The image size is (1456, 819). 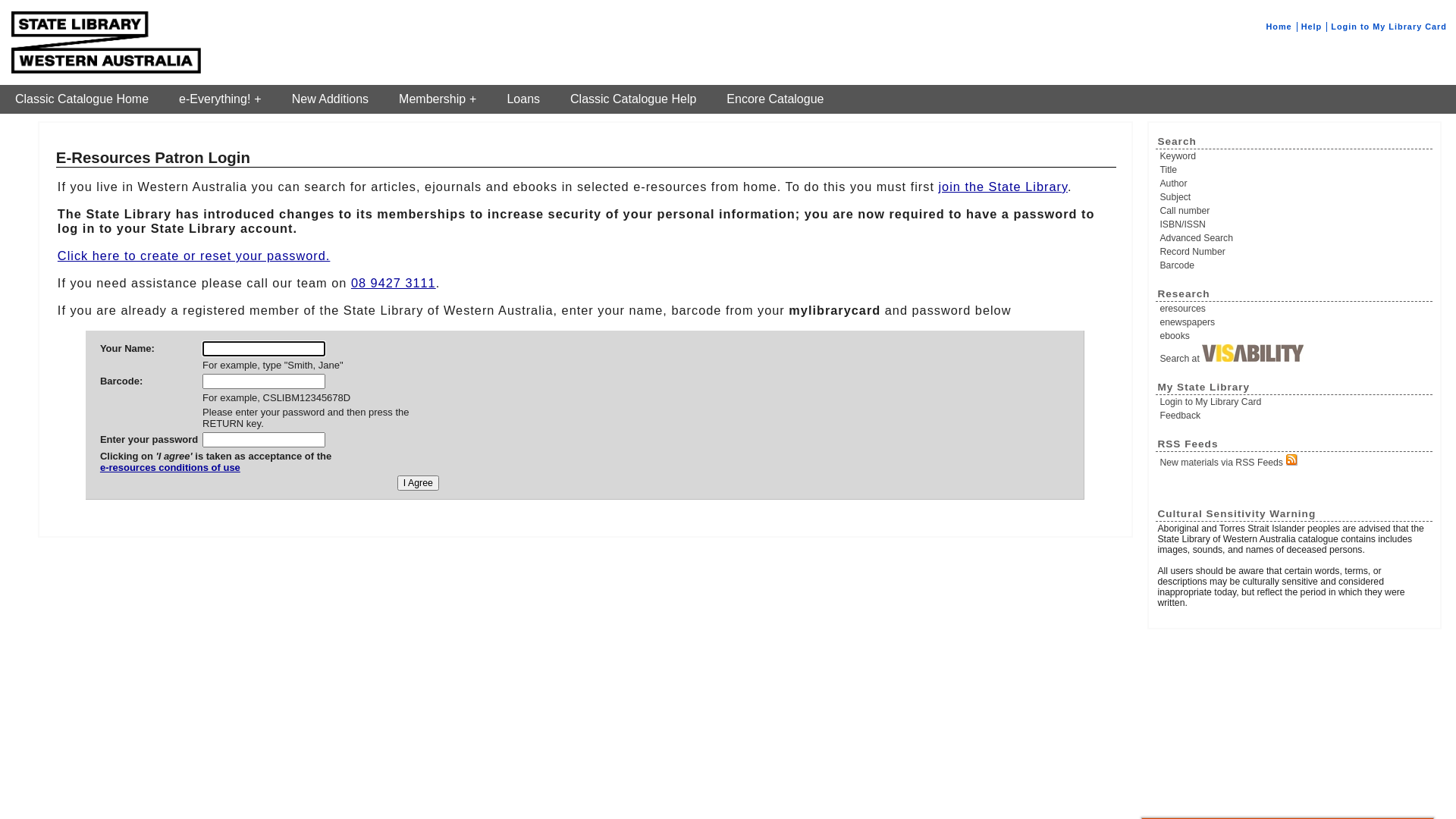 What do you see at coordinates (775, 99) in the screenshot?
I see `'Encore Catalogue'` at bounding box center [775, 99].